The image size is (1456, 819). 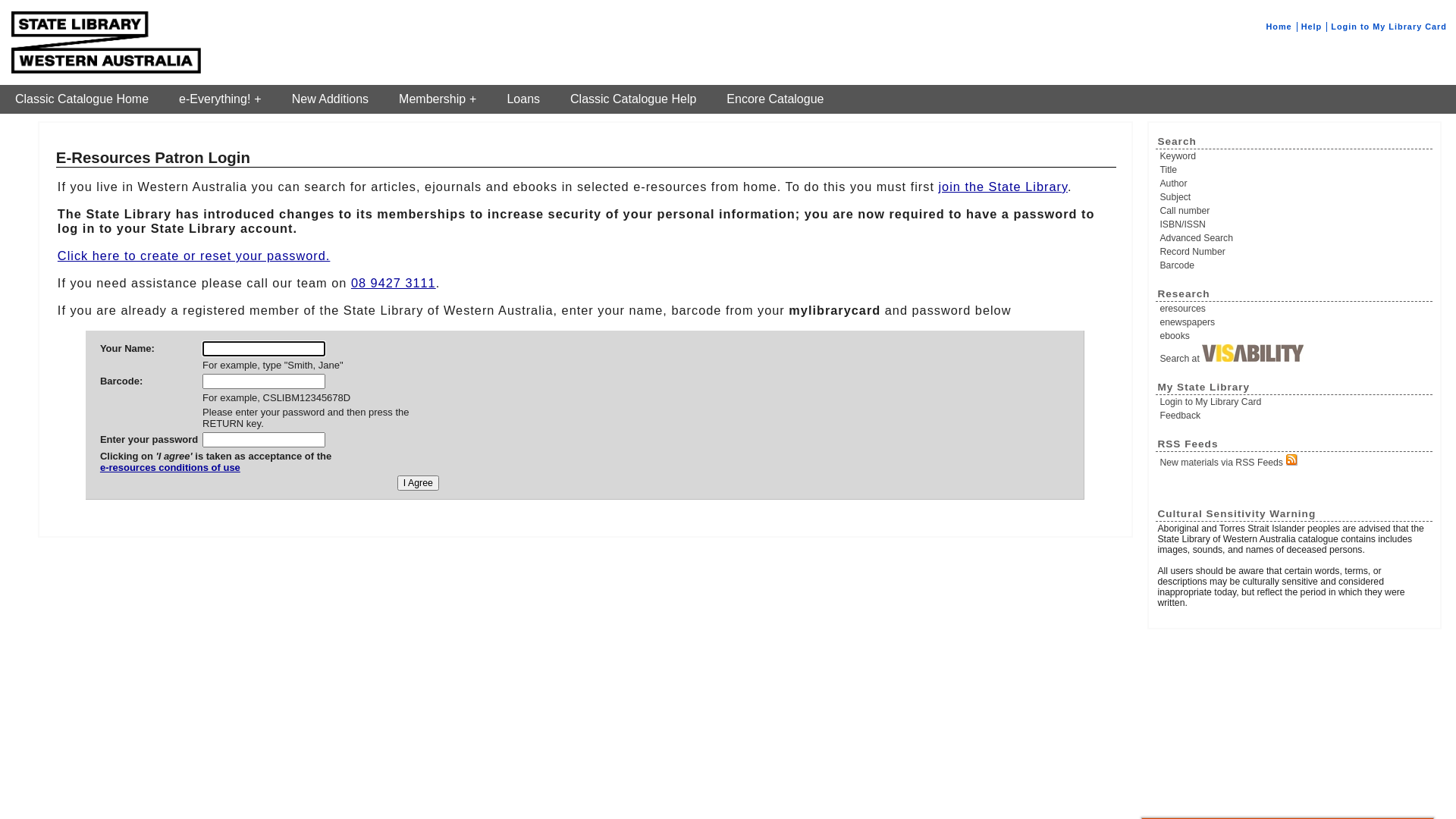 What do you see at coordinates (775, 99) in the screenshot?
I see `'Encore Catalogue'` at bounding box center [775, 99].